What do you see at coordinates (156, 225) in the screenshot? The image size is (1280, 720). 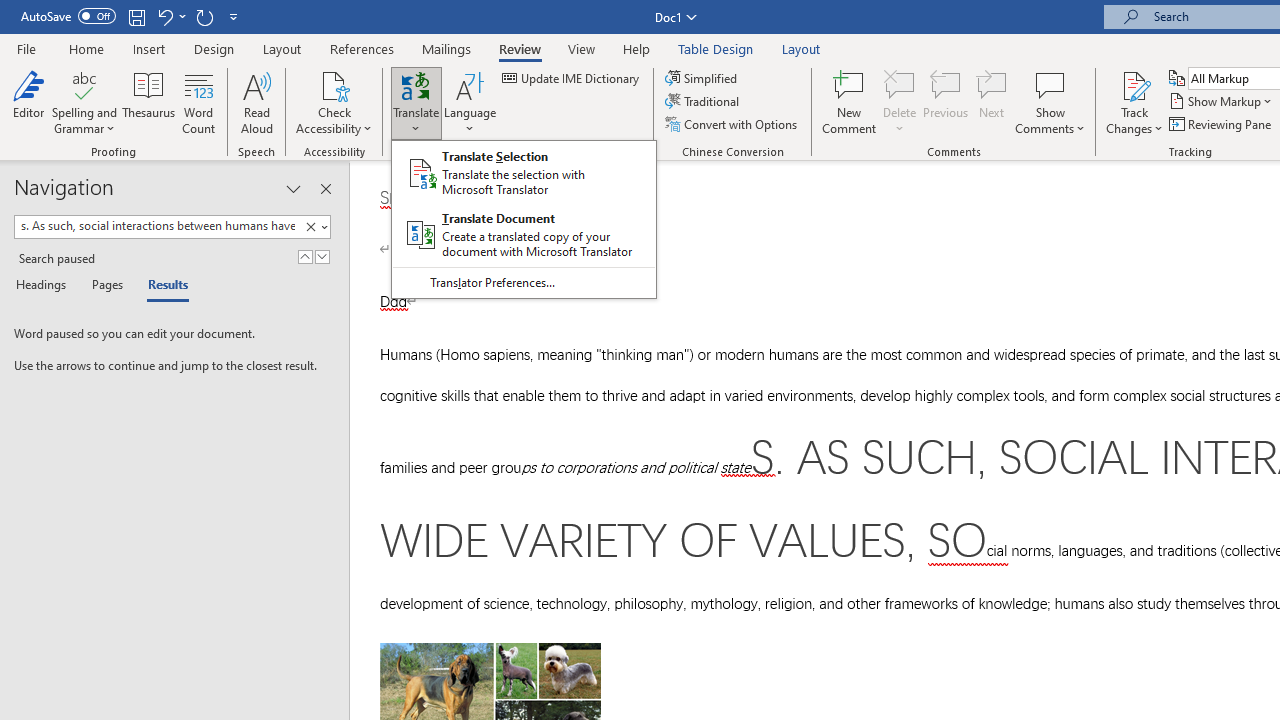 I see `'Search document'` at bounding box center [156, 225].